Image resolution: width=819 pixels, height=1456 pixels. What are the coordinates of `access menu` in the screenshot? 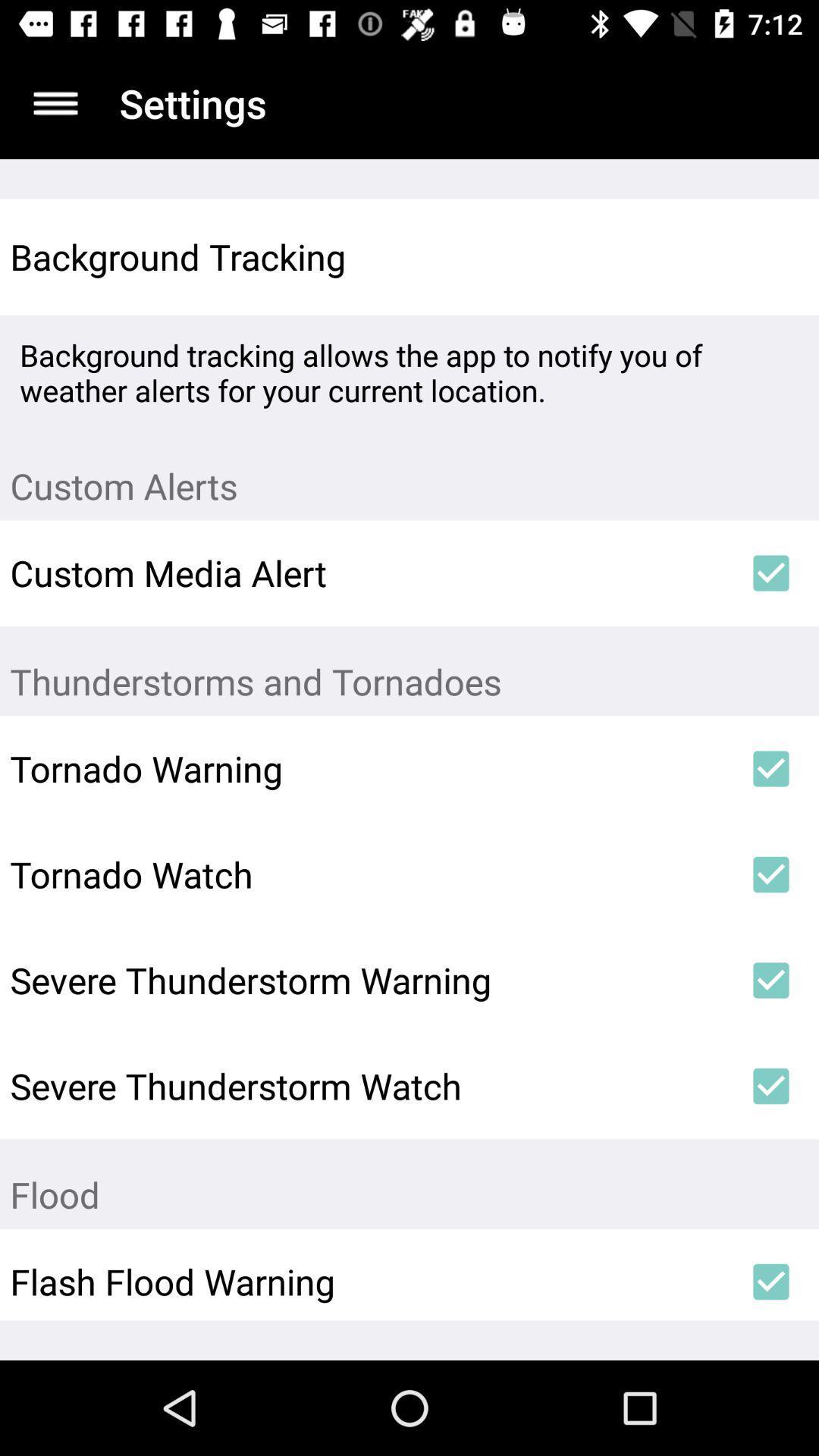 It's located at (55, 102).